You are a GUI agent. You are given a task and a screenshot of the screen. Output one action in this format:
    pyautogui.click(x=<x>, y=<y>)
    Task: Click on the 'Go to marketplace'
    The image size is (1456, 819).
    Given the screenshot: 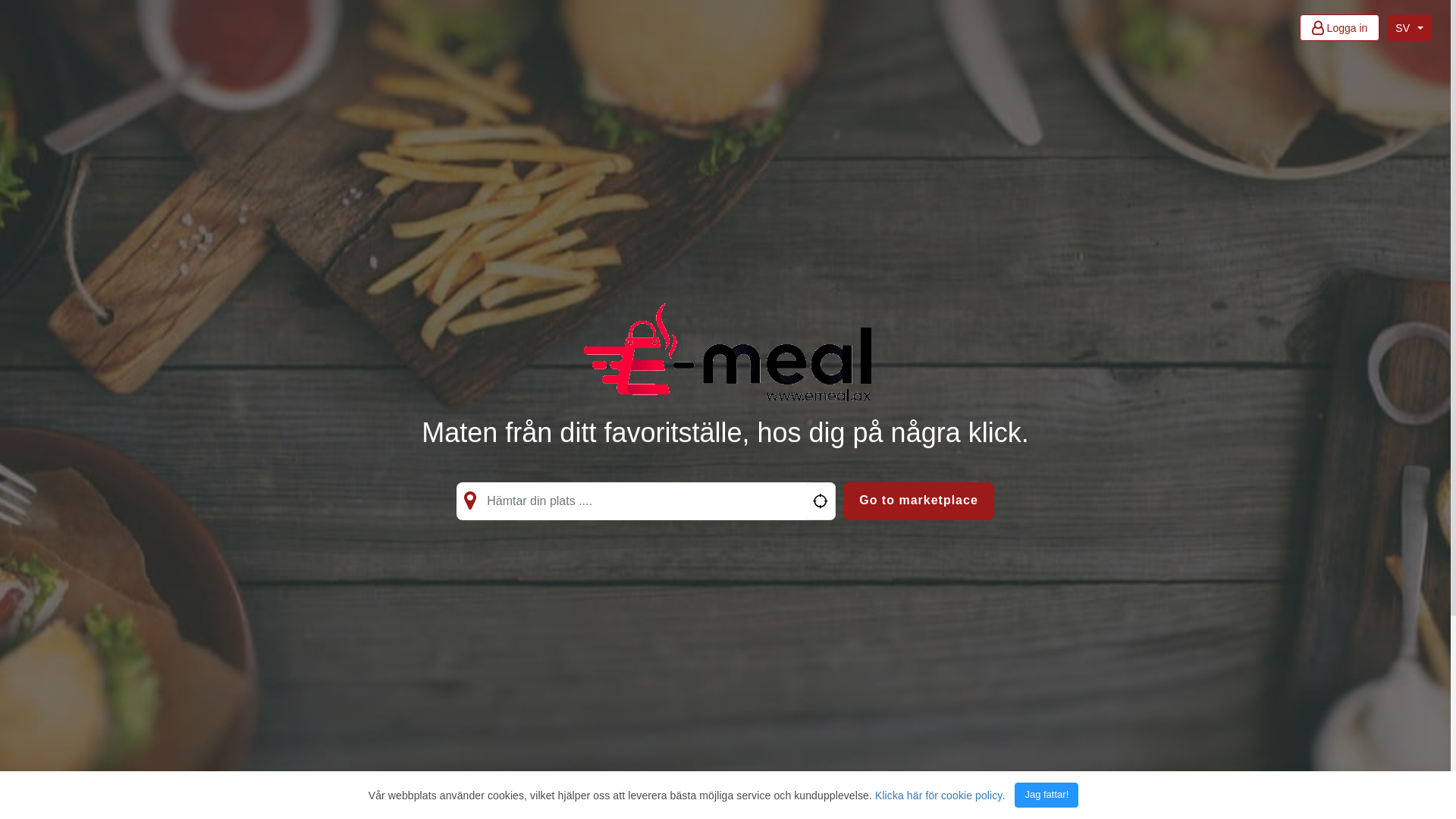 What is the action you would take?
    pyautogui.click(x=843, y=500)
    